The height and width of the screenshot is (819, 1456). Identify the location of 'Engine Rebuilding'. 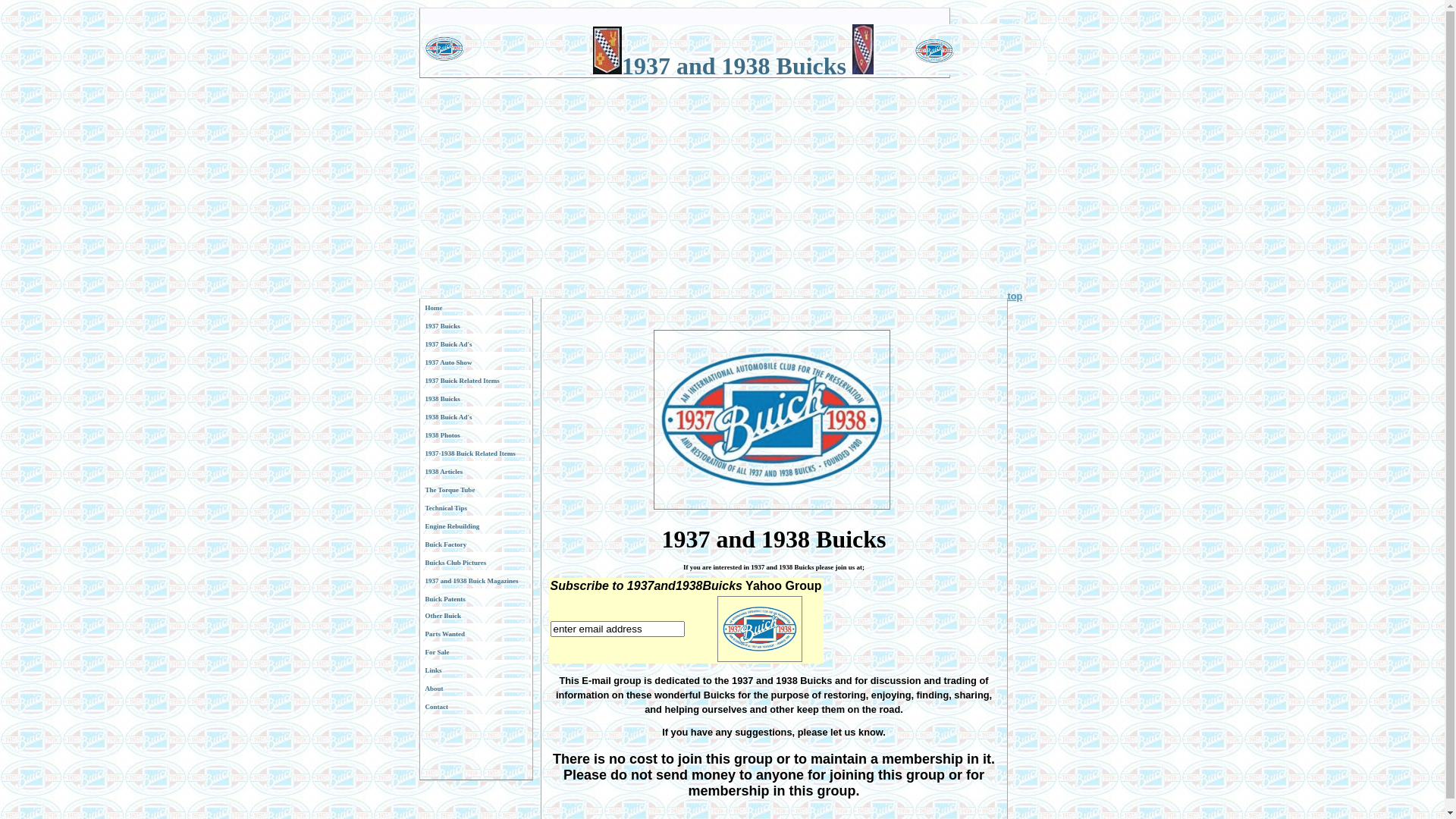
(475, 526).